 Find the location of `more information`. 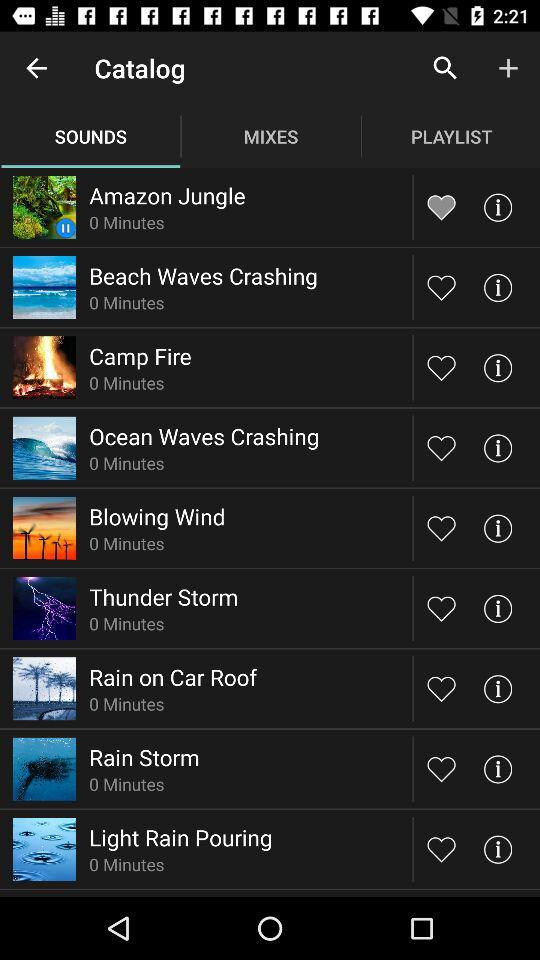

more information is located at coordinates (496, 286).